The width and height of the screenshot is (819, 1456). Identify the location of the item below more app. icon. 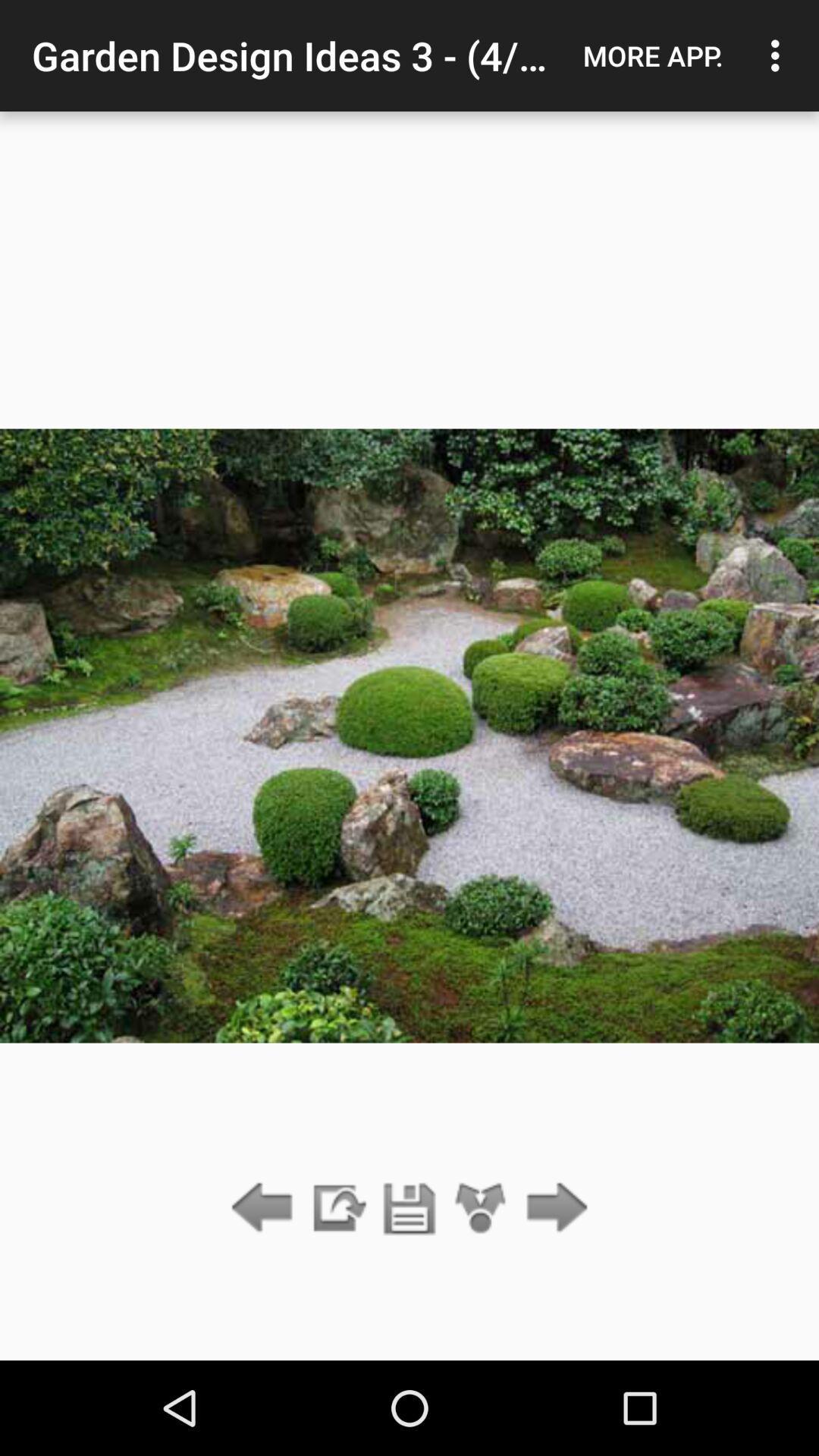
(553, 1208).